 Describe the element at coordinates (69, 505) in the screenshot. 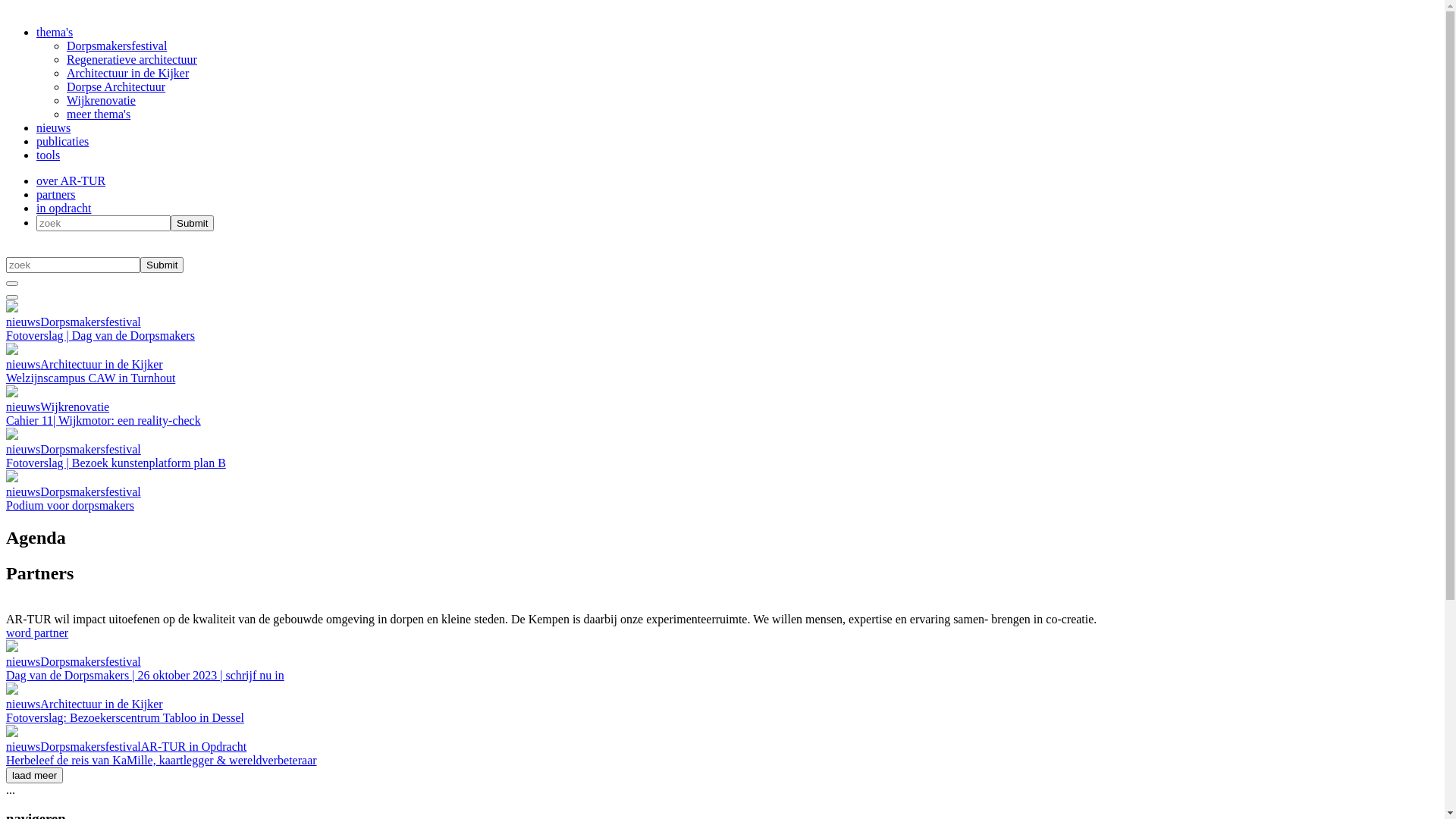

I see `'Podium voor dorpsmakers'` at that location.